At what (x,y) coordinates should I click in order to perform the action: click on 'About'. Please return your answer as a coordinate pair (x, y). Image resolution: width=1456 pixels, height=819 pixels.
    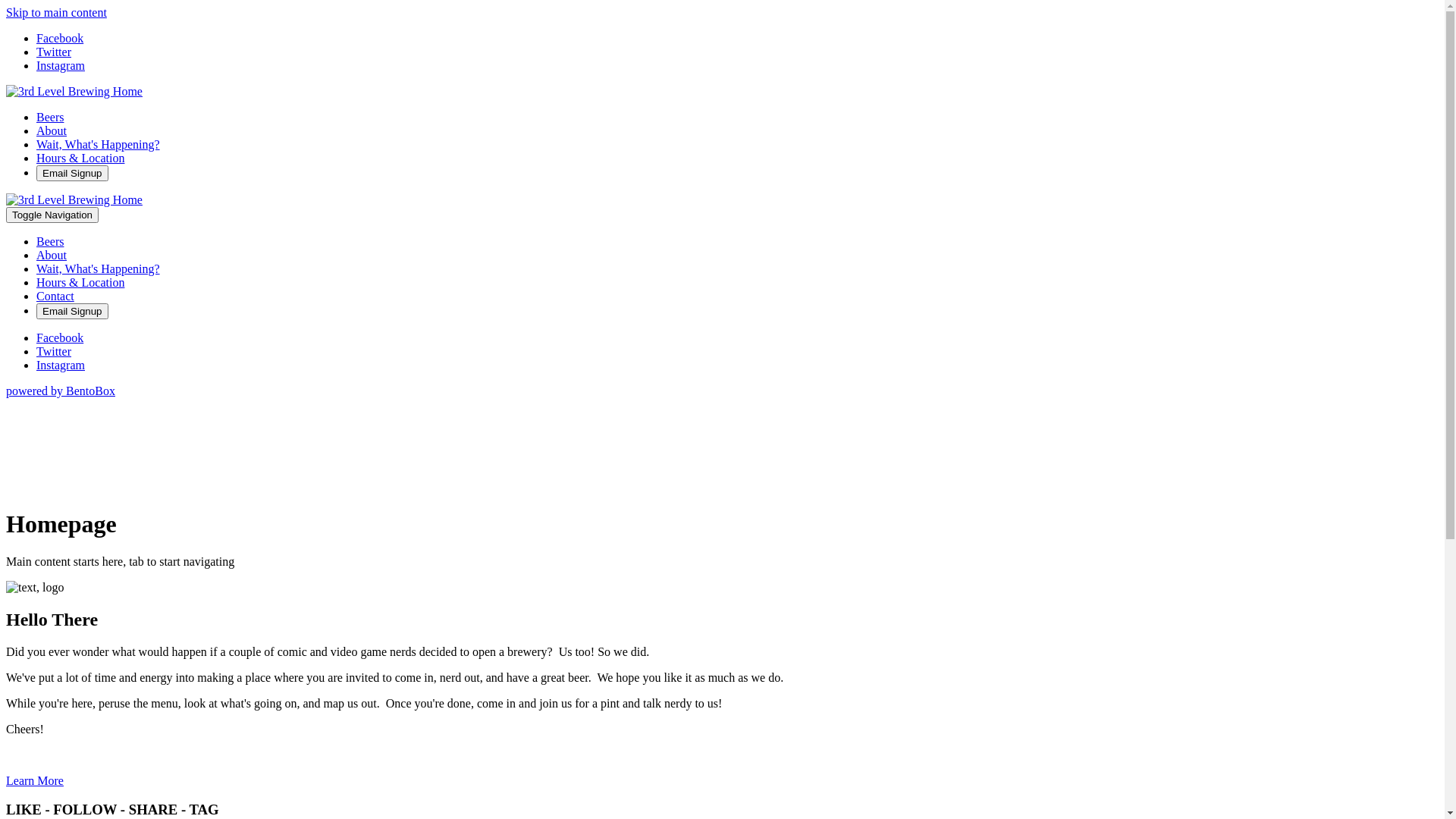
    Looking at the image, I should click on (36, 254).